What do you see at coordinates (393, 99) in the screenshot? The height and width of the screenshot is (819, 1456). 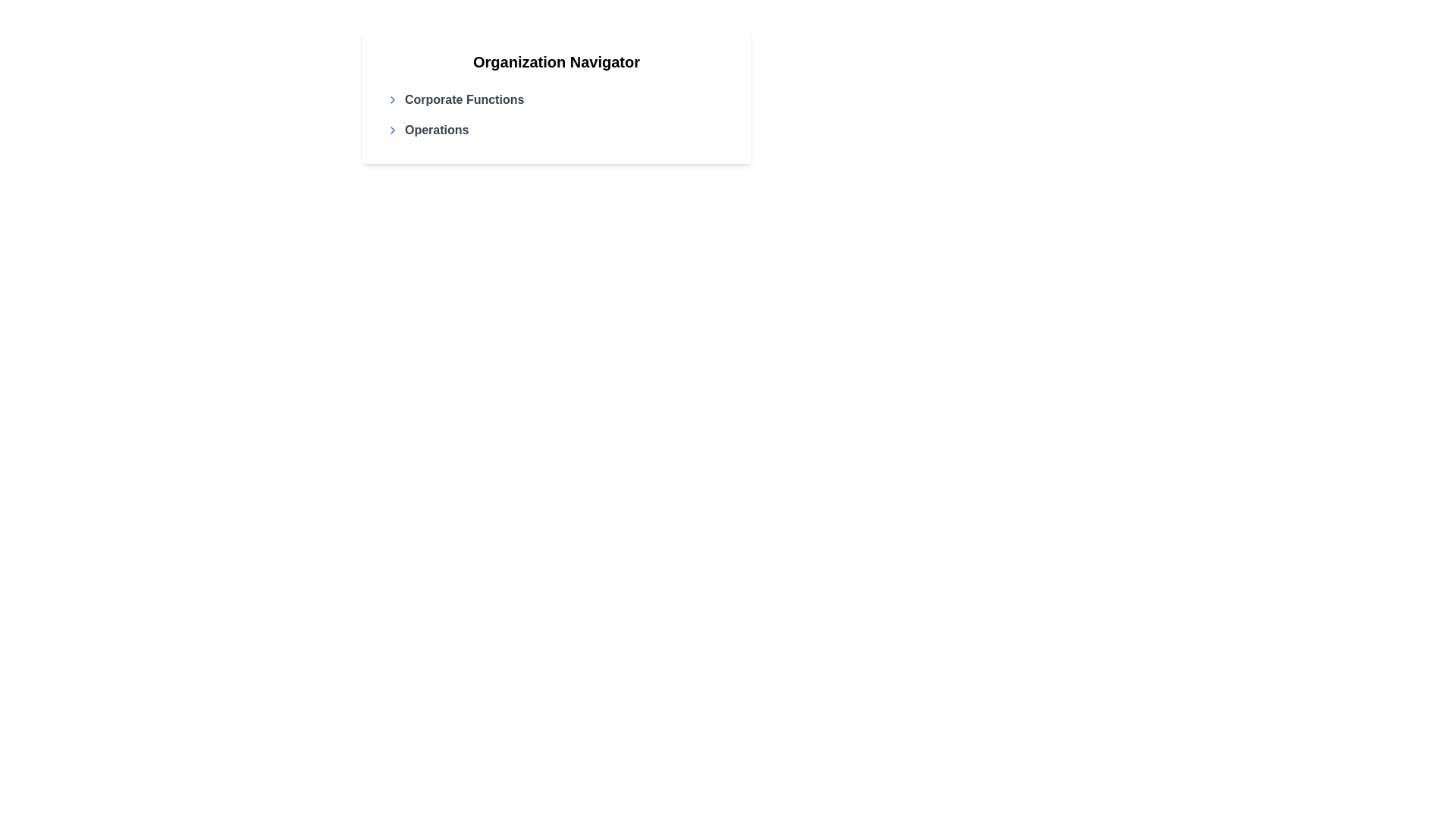 I see `the small blue chevron icon pointing to the right, which is located next to the label 'Corporate Functions'` at bounding box center [393, 99].